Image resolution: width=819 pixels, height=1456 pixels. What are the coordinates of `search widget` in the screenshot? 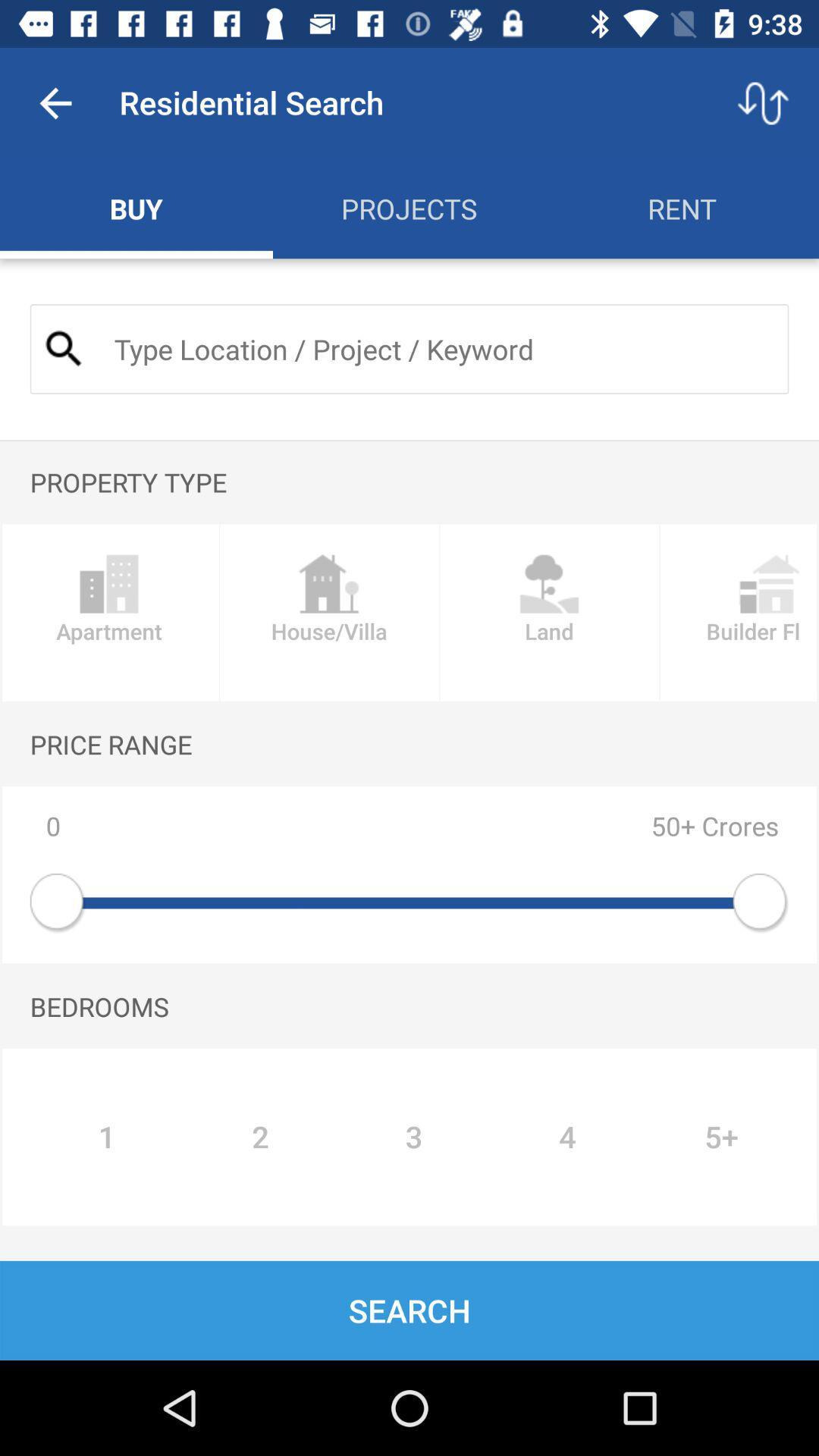 It's located at (438, 348).